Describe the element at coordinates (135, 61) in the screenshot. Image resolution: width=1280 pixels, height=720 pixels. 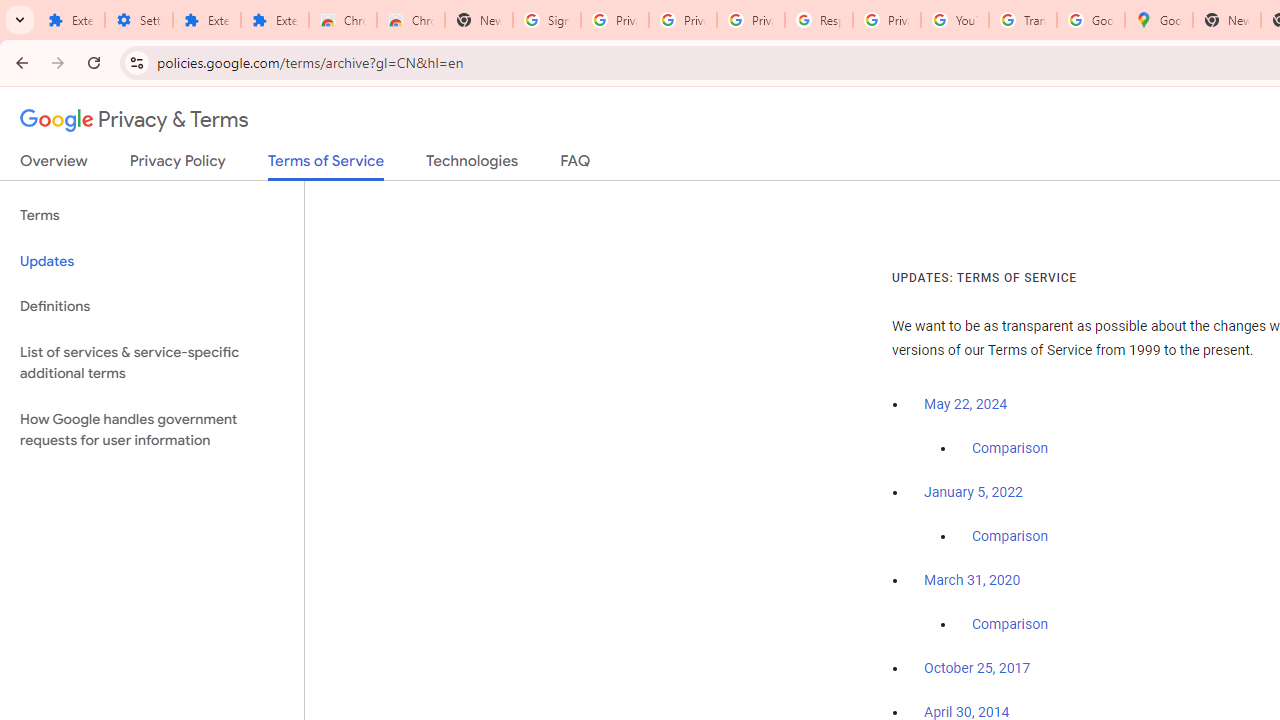
I see `'View site information'` at that location.